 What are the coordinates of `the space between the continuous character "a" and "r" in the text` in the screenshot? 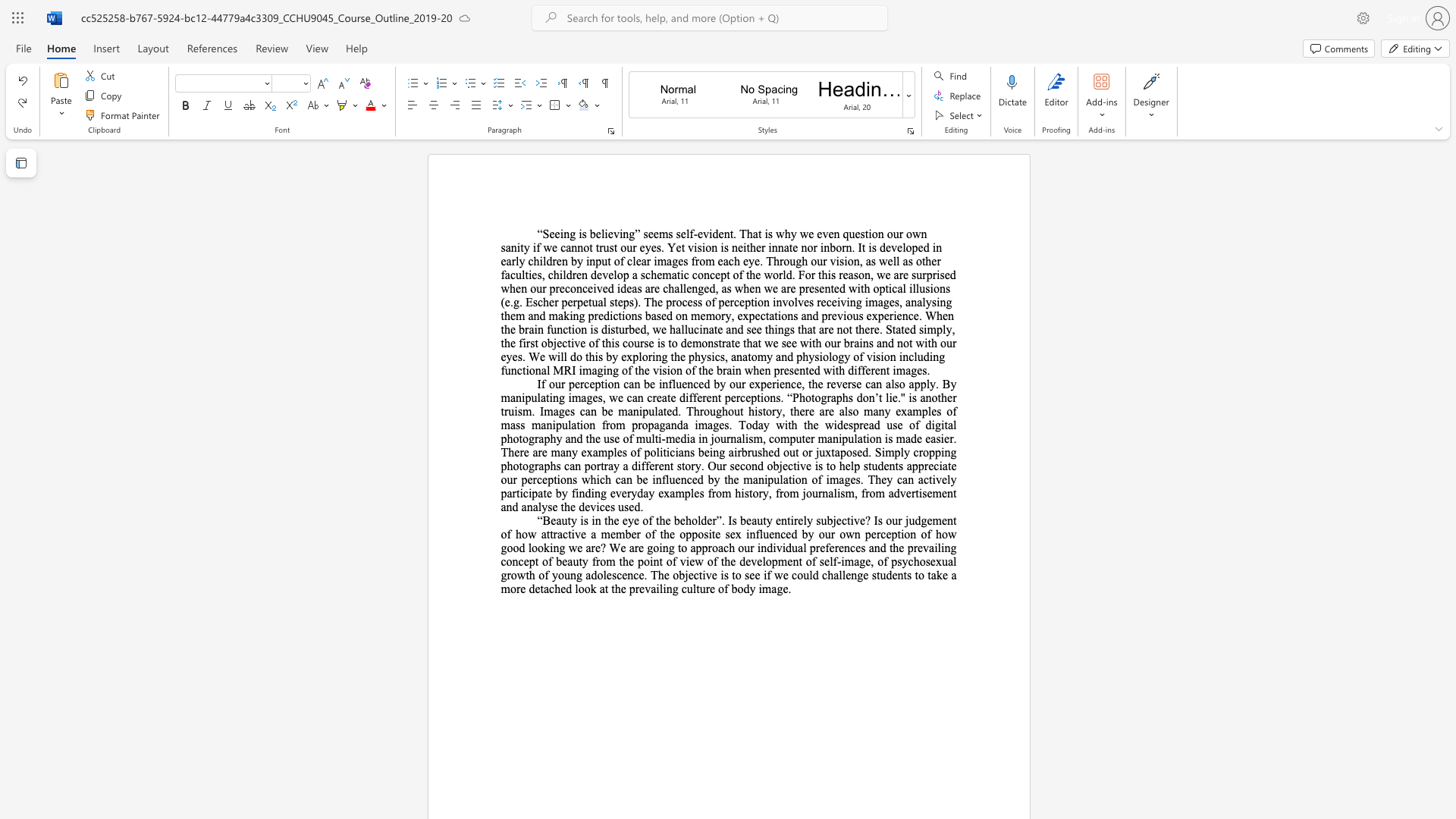 It's located at (512, 493).